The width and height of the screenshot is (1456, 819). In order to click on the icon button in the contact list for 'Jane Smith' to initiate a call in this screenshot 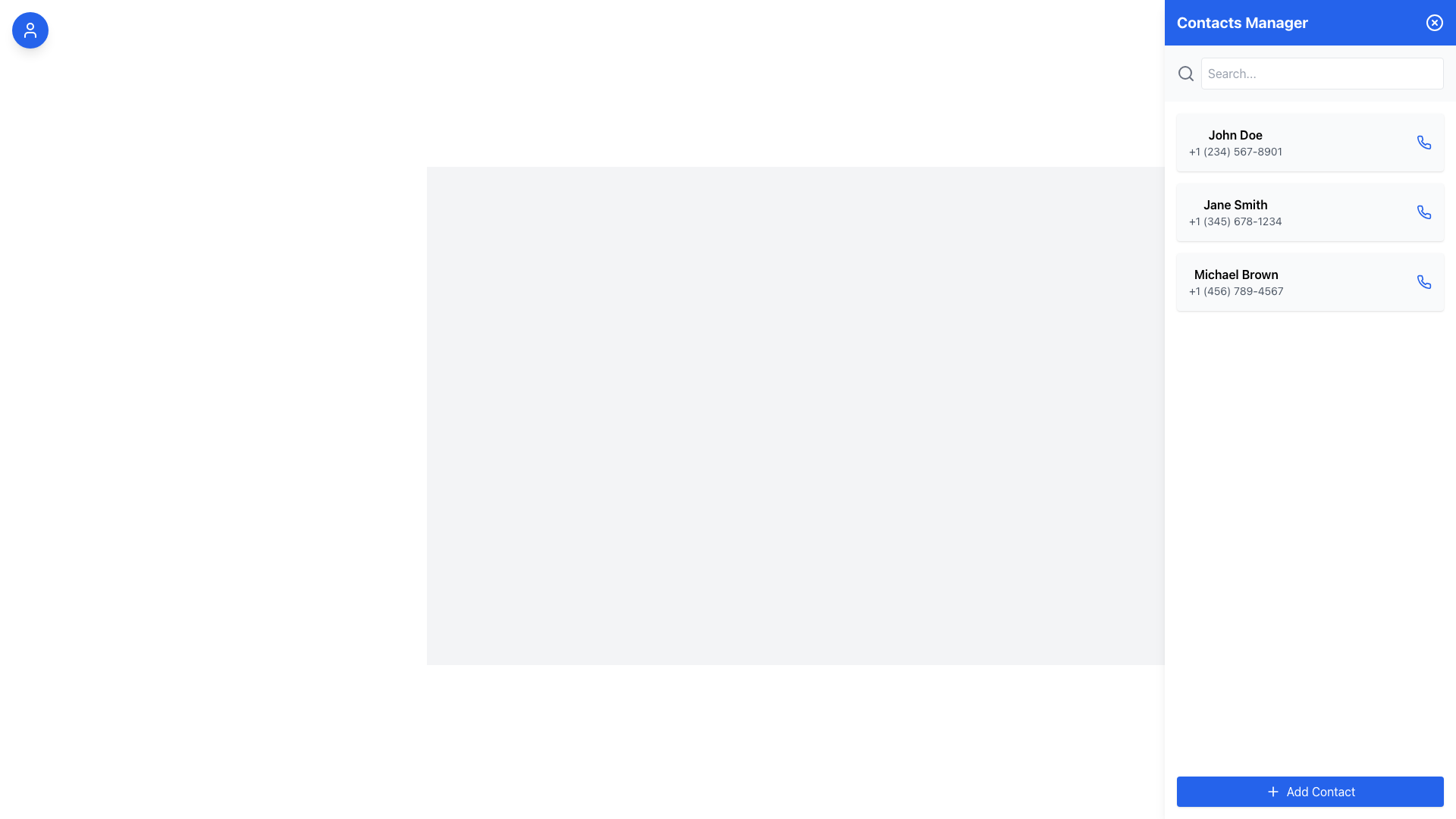, I will do `click(1423, 212)`.